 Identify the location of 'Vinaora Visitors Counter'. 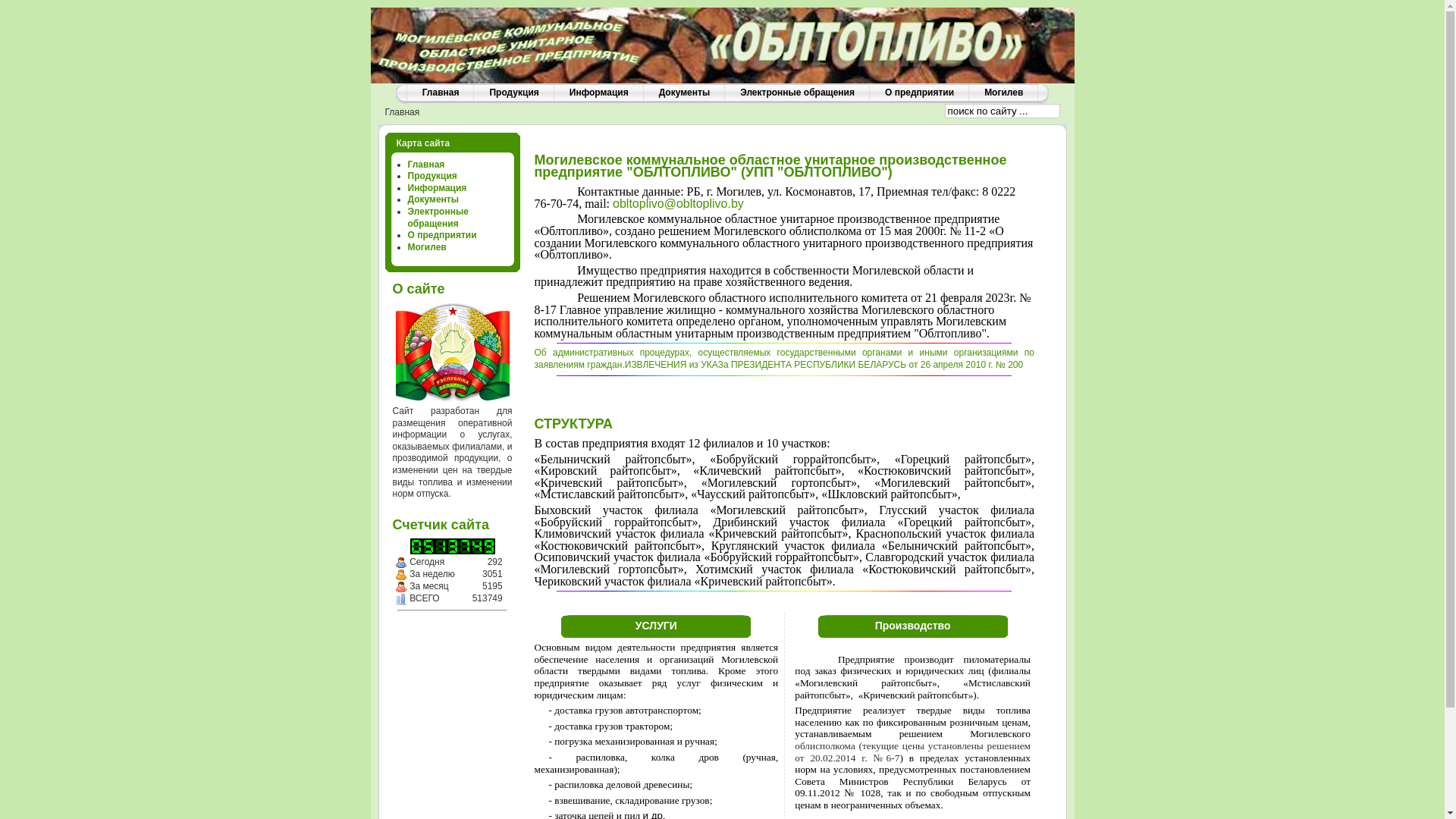
(488, 546).